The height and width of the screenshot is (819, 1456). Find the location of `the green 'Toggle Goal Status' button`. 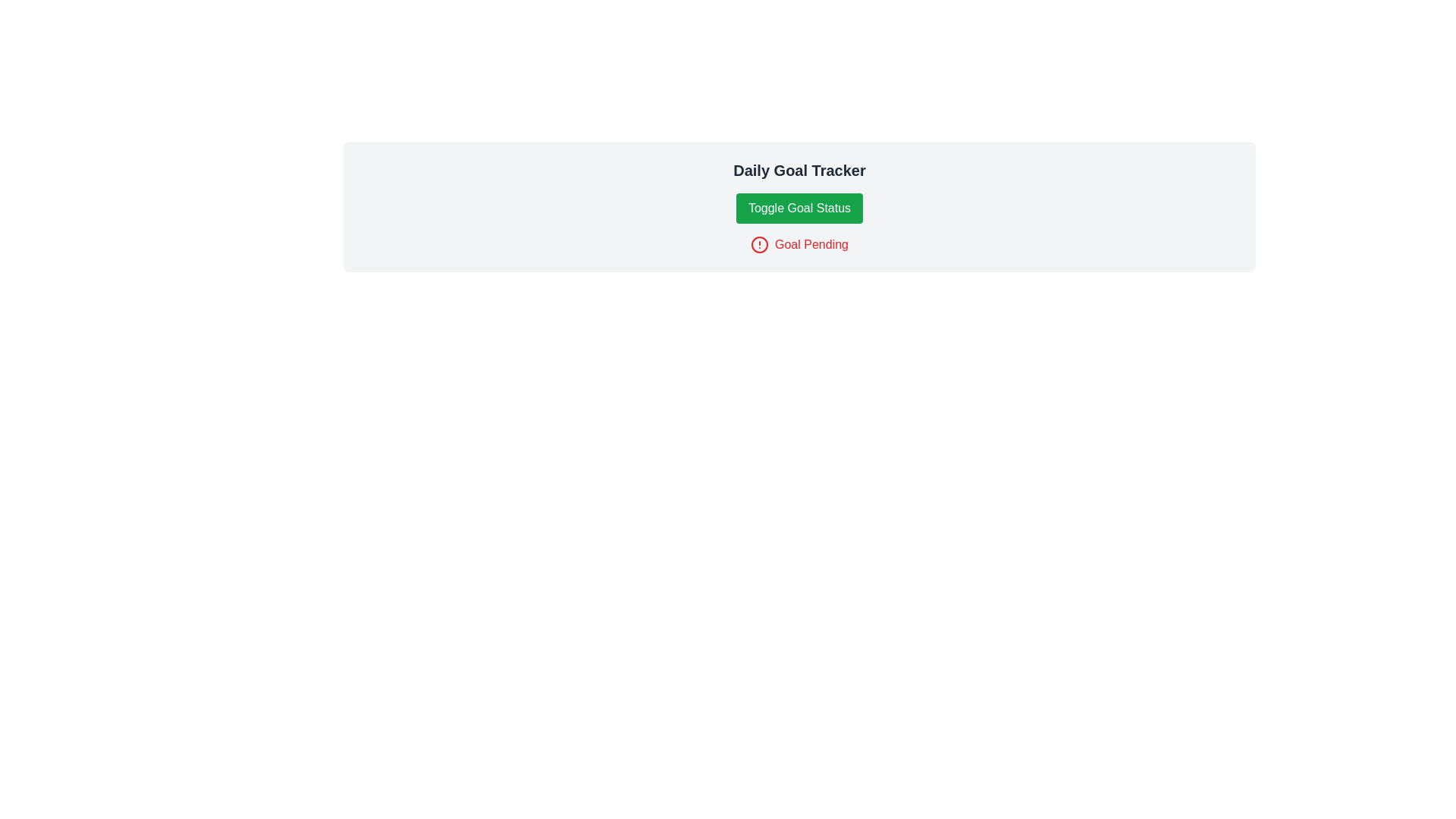

the green 'Toggle Goal Status' button is located at coordinates (799, 208).